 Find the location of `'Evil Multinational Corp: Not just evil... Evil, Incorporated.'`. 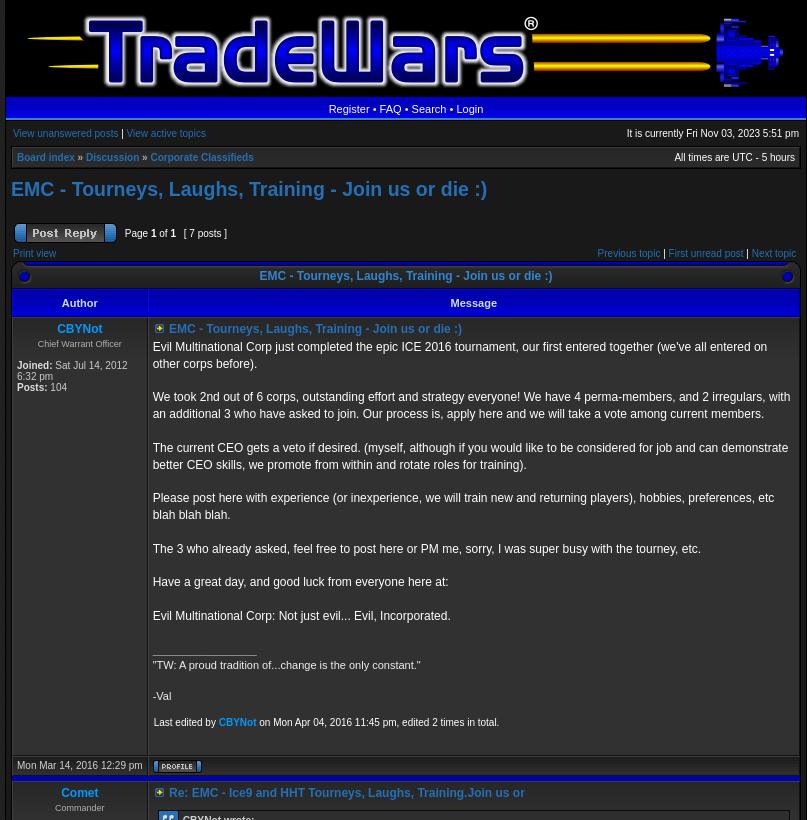

'Evil Multinational Corp: Not just evil... Evil, Incorporated.' is located at coordinates (151, 615).